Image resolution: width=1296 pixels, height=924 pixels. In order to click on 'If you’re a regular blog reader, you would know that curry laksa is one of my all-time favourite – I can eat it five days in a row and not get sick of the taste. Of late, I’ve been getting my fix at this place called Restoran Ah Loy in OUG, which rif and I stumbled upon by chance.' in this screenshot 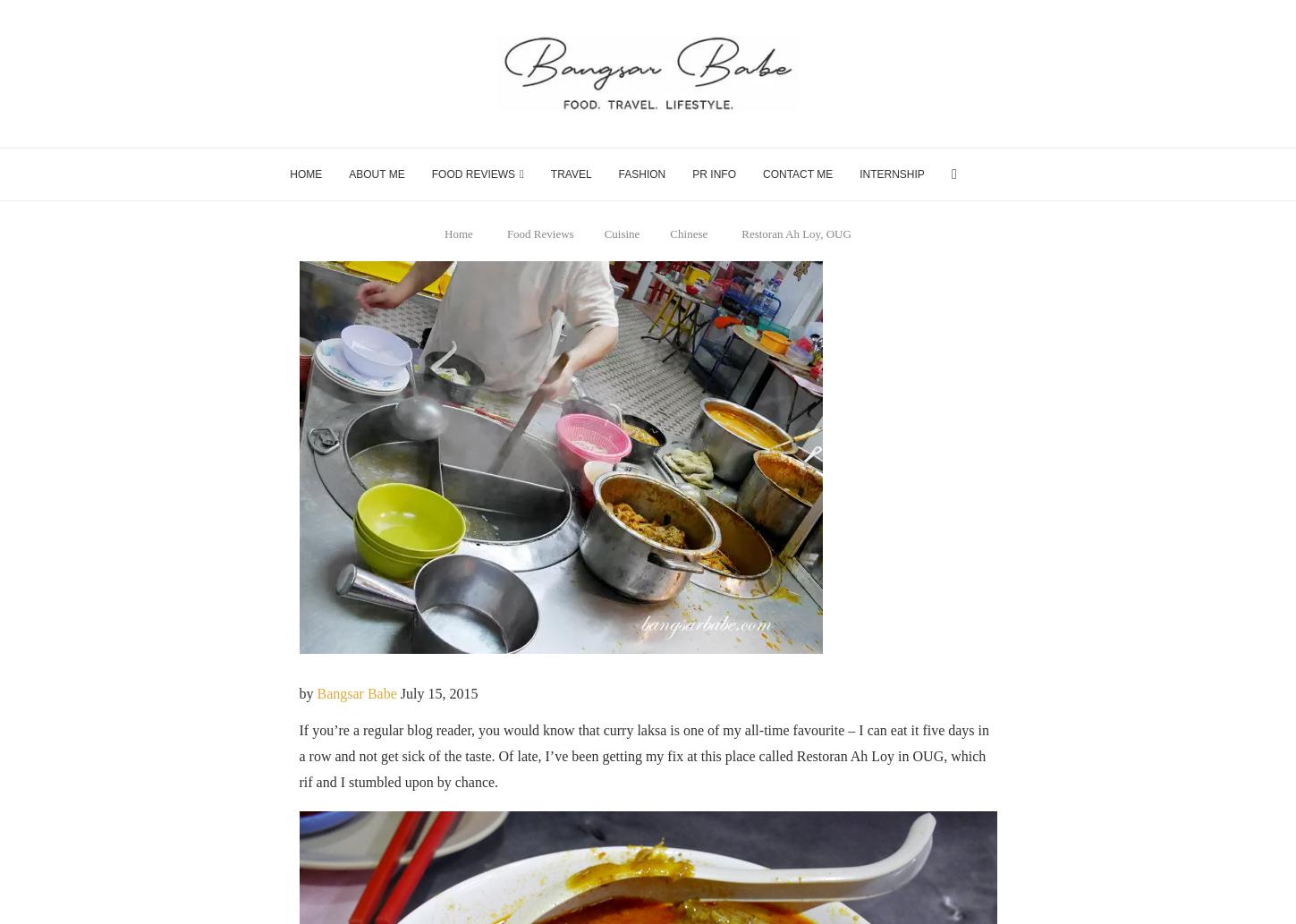, I will do `click(644, 755)`.